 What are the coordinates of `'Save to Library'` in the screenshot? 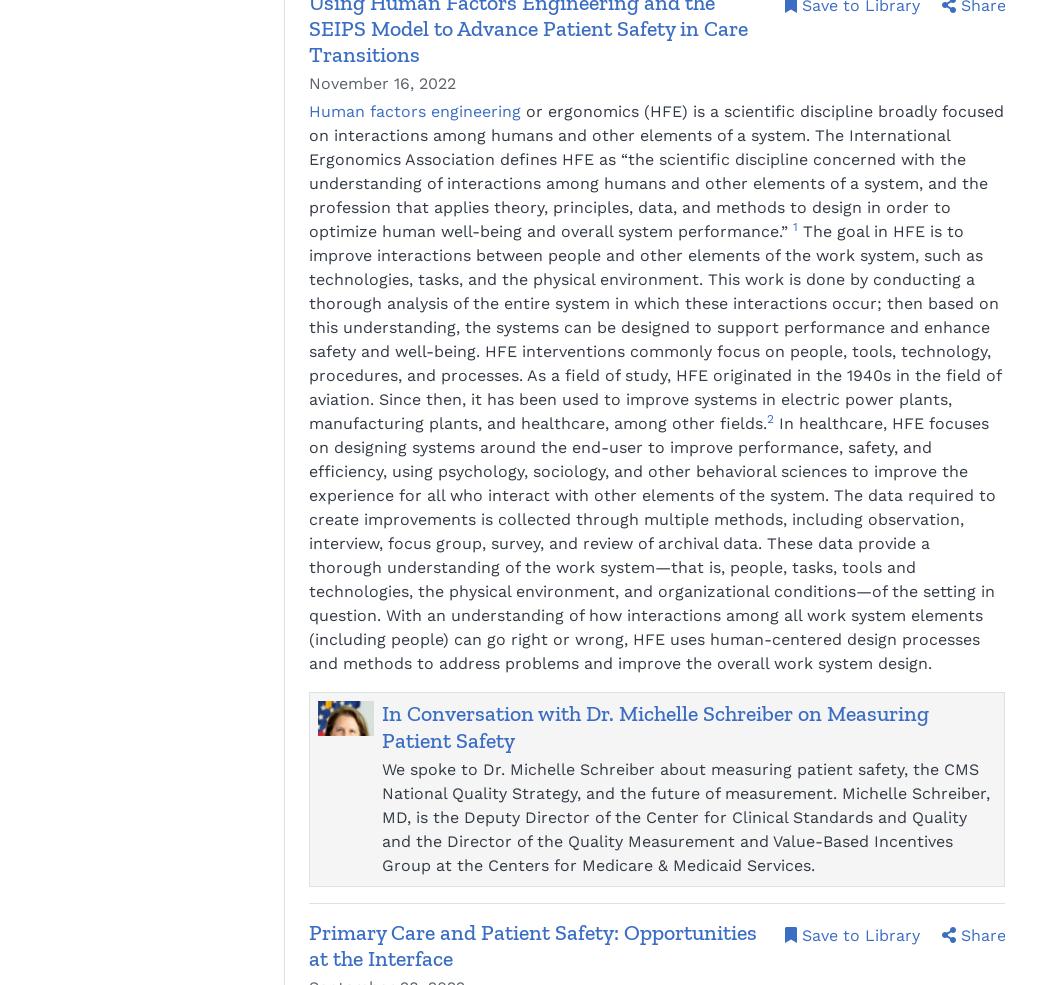 It's located at (860, 934).